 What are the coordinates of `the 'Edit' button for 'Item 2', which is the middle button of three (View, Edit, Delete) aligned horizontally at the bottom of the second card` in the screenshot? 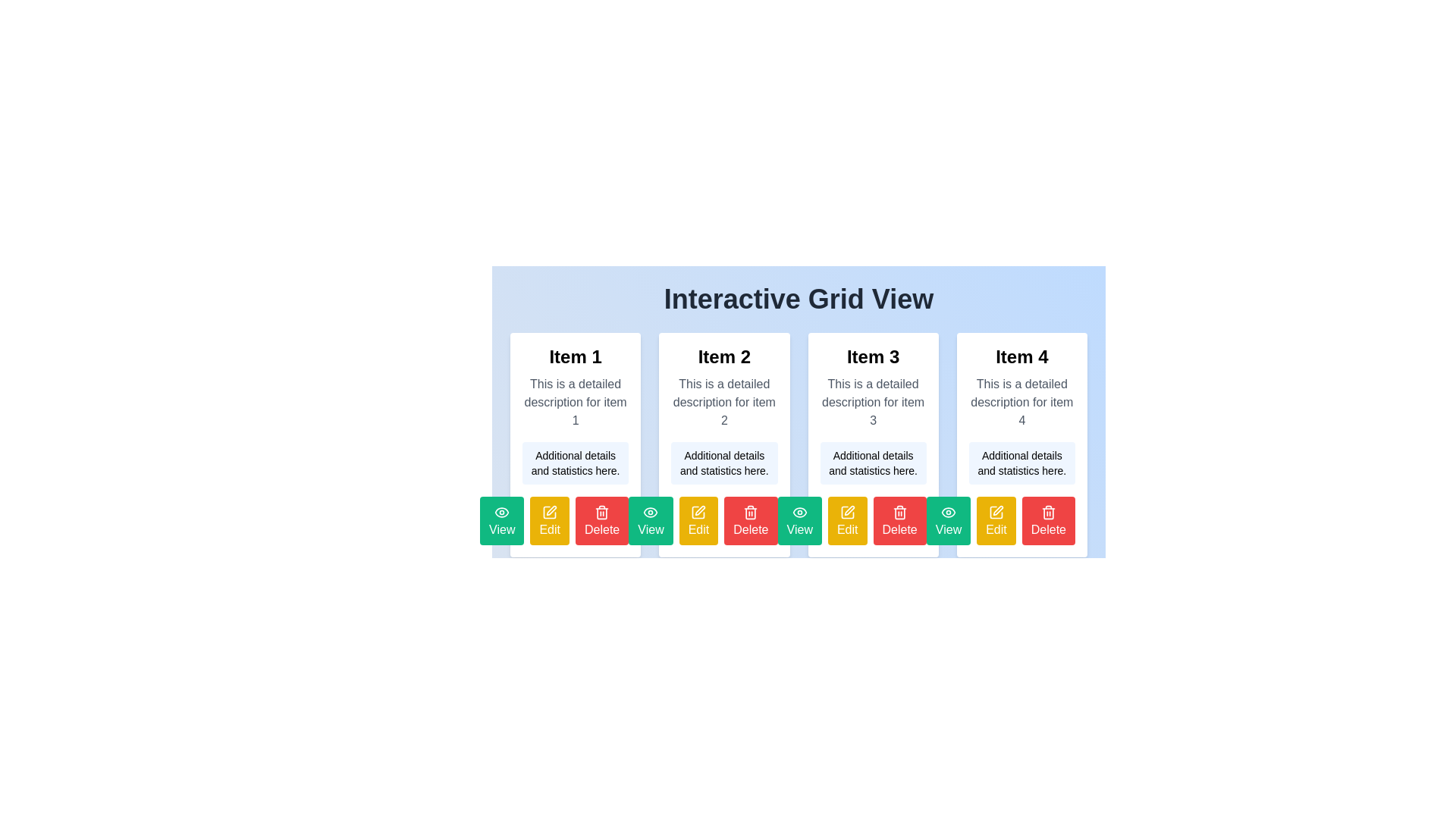 It's located at (549, 763).